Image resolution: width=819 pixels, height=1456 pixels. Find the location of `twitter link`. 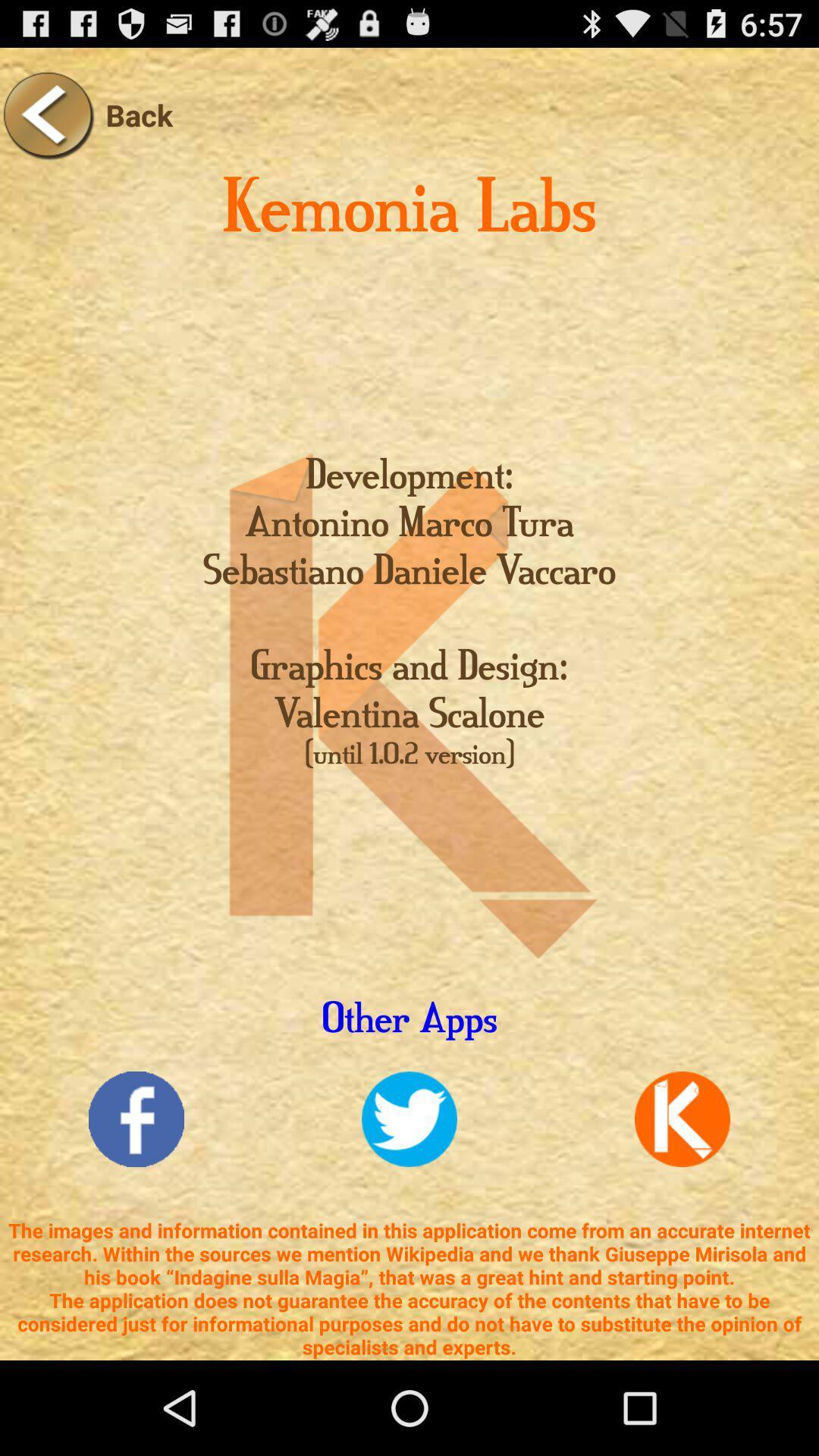

twitter link is located at coordinates (409, 1119).